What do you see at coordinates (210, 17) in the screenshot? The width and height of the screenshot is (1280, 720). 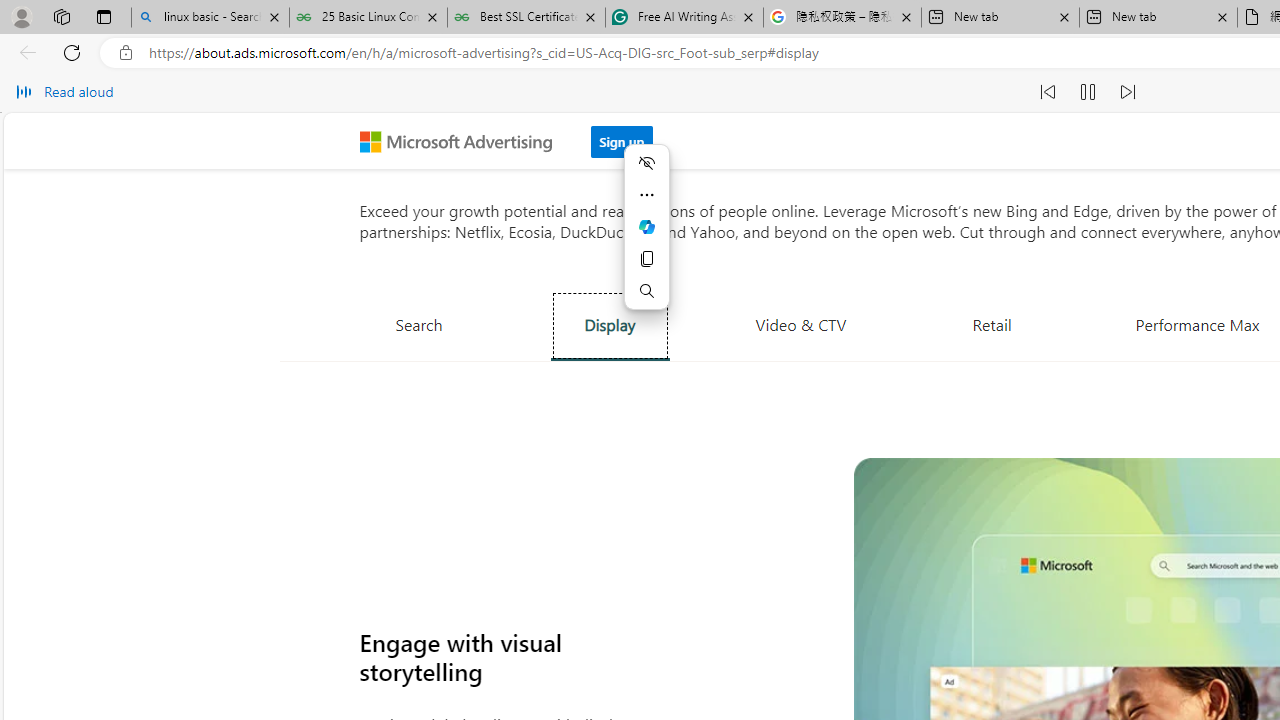 I see `'linux basic - Search'` at bounding box center [210, 17].